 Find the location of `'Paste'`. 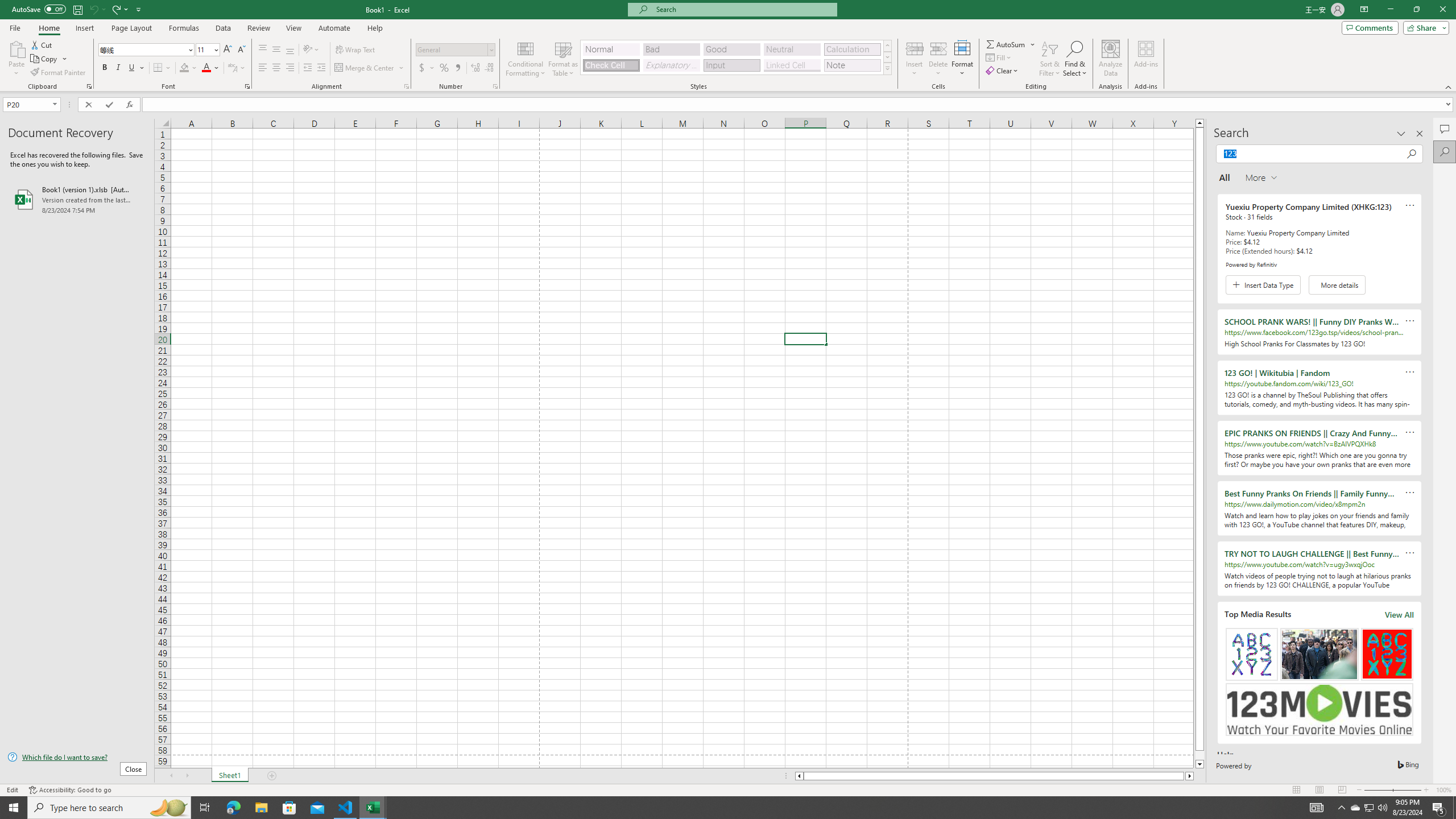

'Paste' is located at coordinates (16, 48).